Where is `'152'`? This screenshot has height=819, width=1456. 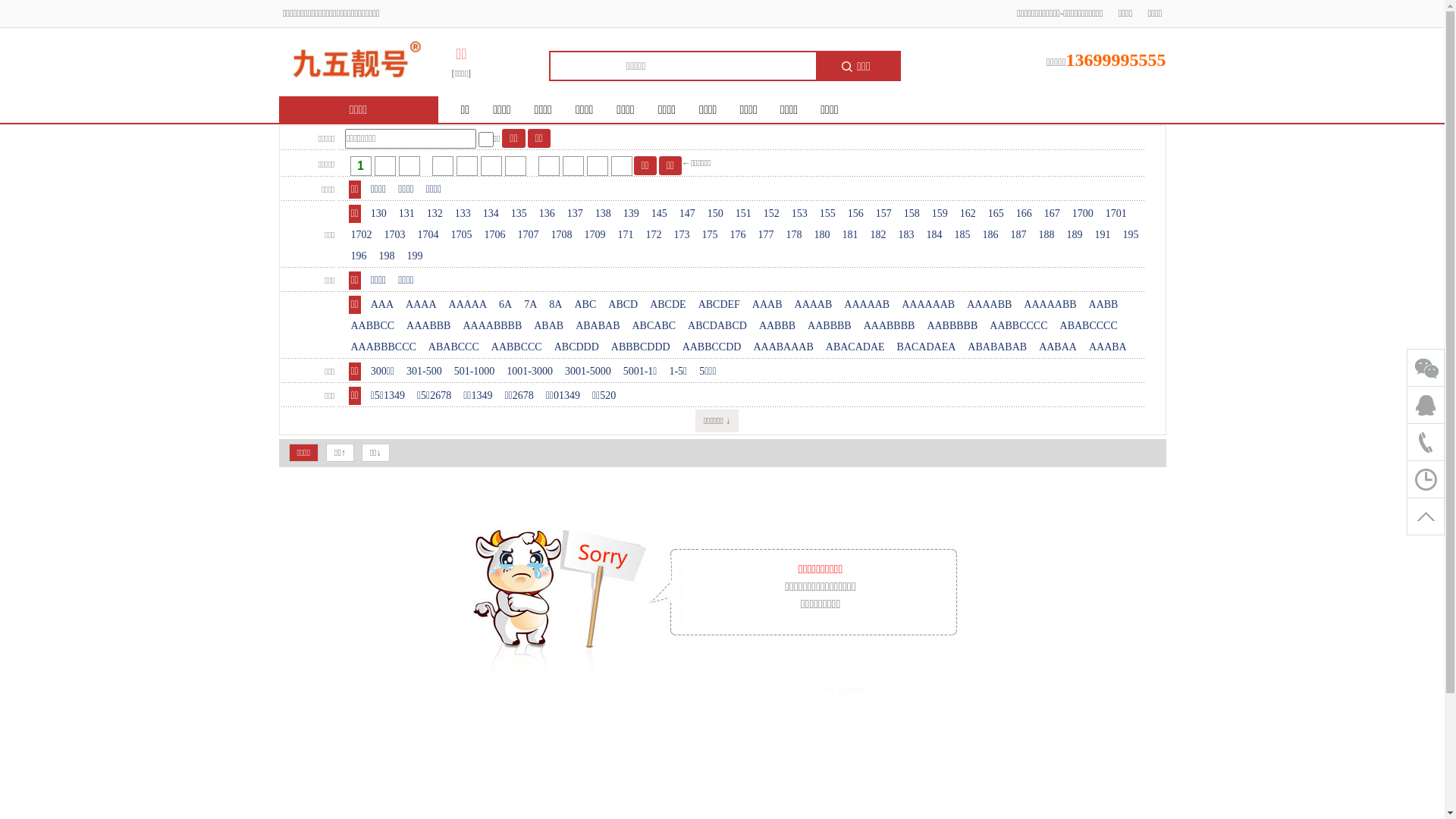
'152' is located at coordinates (771, 213).